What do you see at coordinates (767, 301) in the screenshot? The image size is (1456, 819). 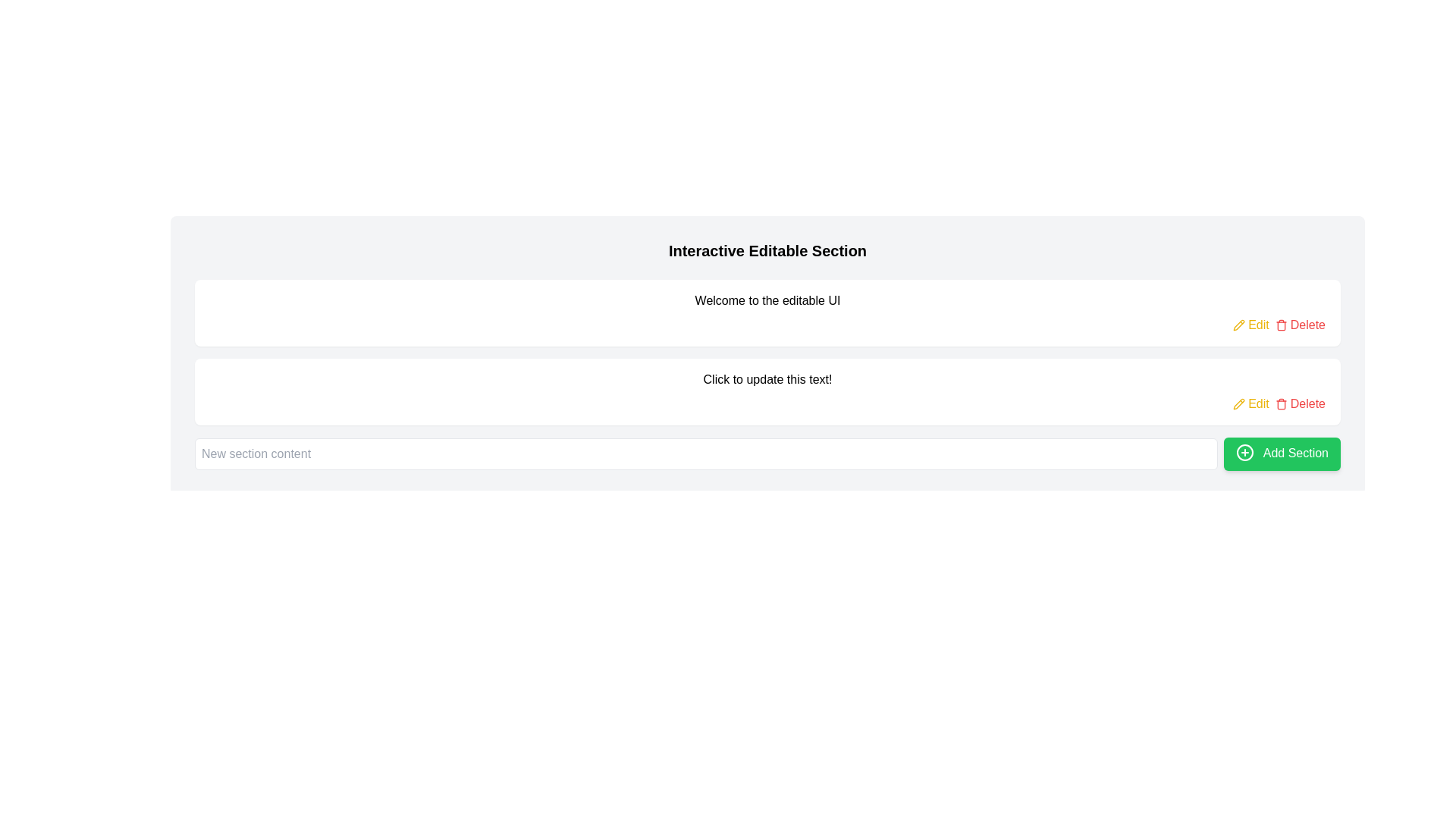 I see `the static text displaying 'Welcome to the editable UI', which is centrally positioned above the 'Edit' and 'Delete' buttons` at bounding box center [767, 301].